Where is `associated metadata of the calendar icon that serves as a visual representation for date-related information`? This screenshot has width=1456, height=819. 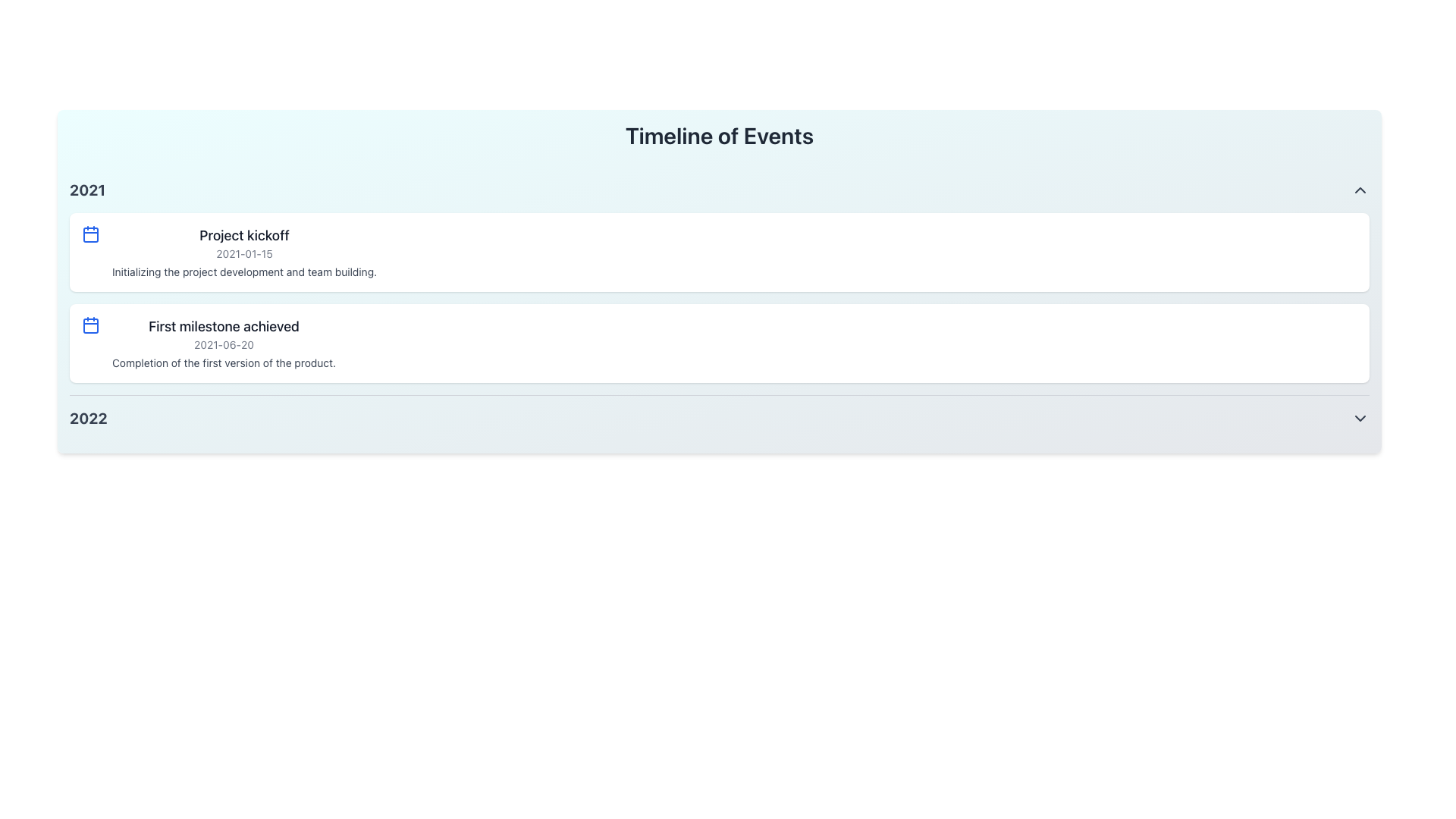
associated metadata of the calendar icon that serves as a visual representation for date-related information is located at coordinates (90, 325).